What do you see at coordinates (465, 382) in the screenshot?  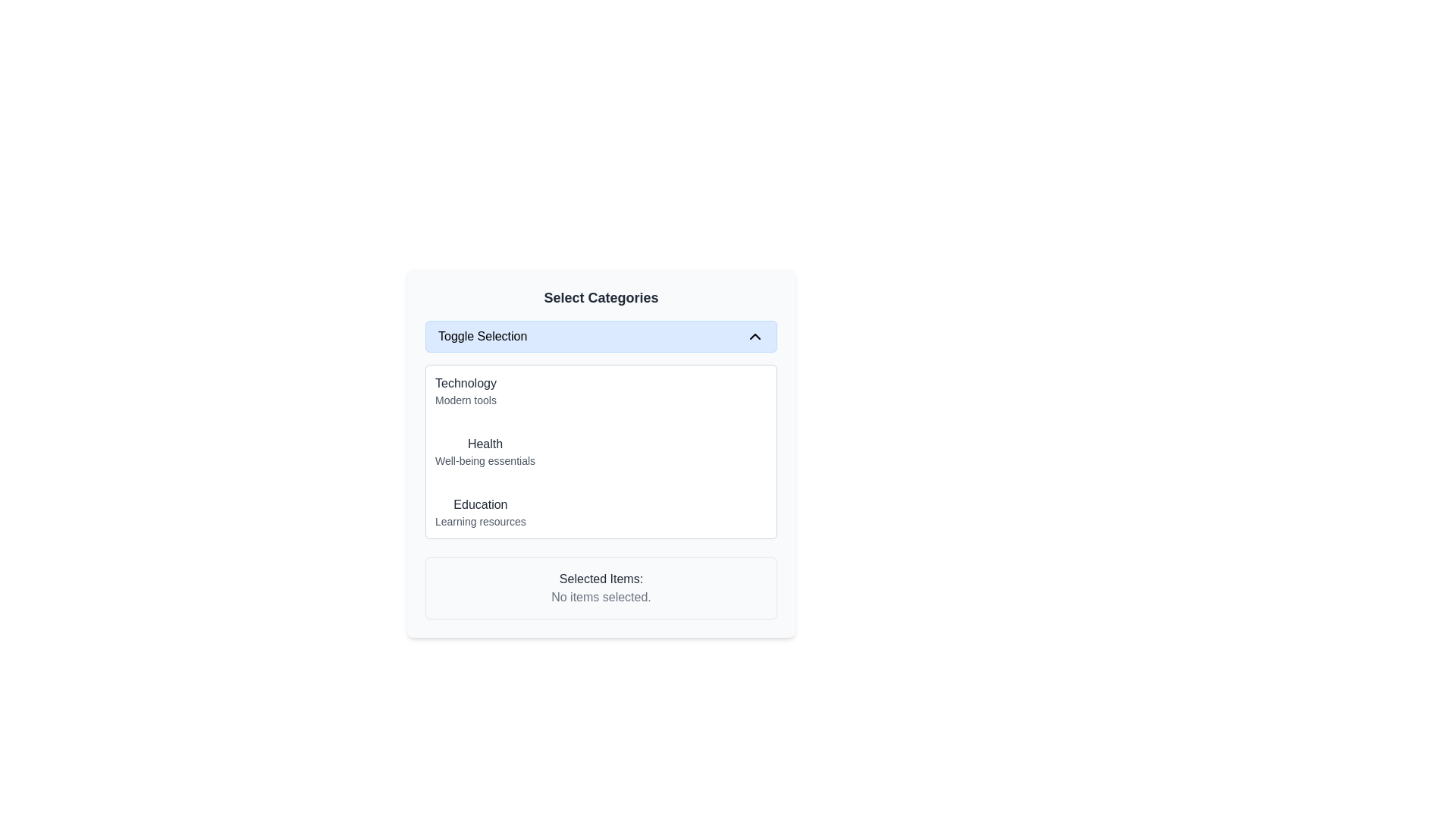 I see `the 'Technology' header text component` at bounding box center [465, 382].